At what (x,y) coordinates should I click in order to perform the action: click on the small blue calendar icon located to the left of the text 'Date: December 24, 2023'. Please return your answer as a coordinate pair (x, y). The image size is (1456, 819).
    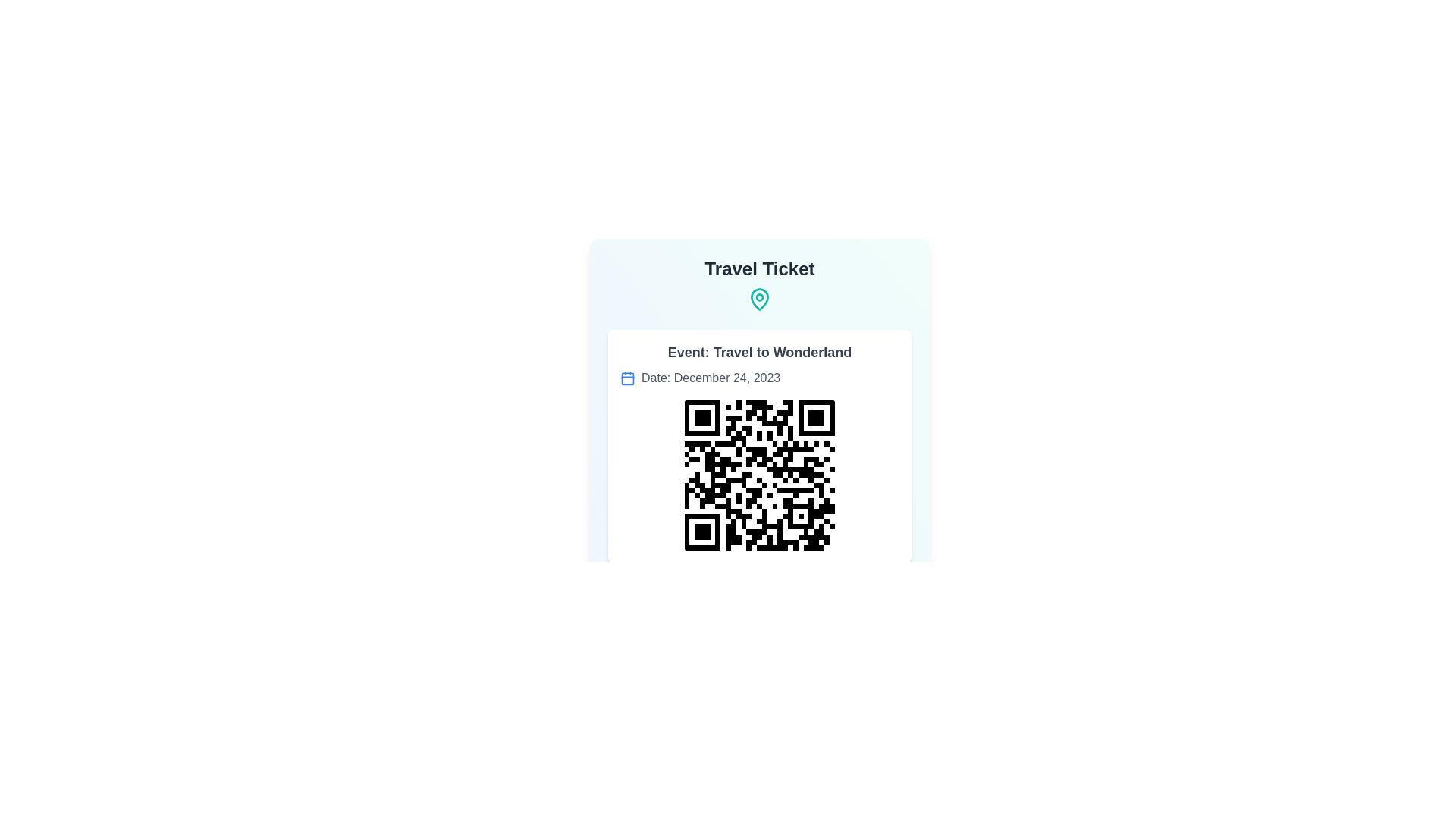
    Looking at the image, I should click on (628, 377).